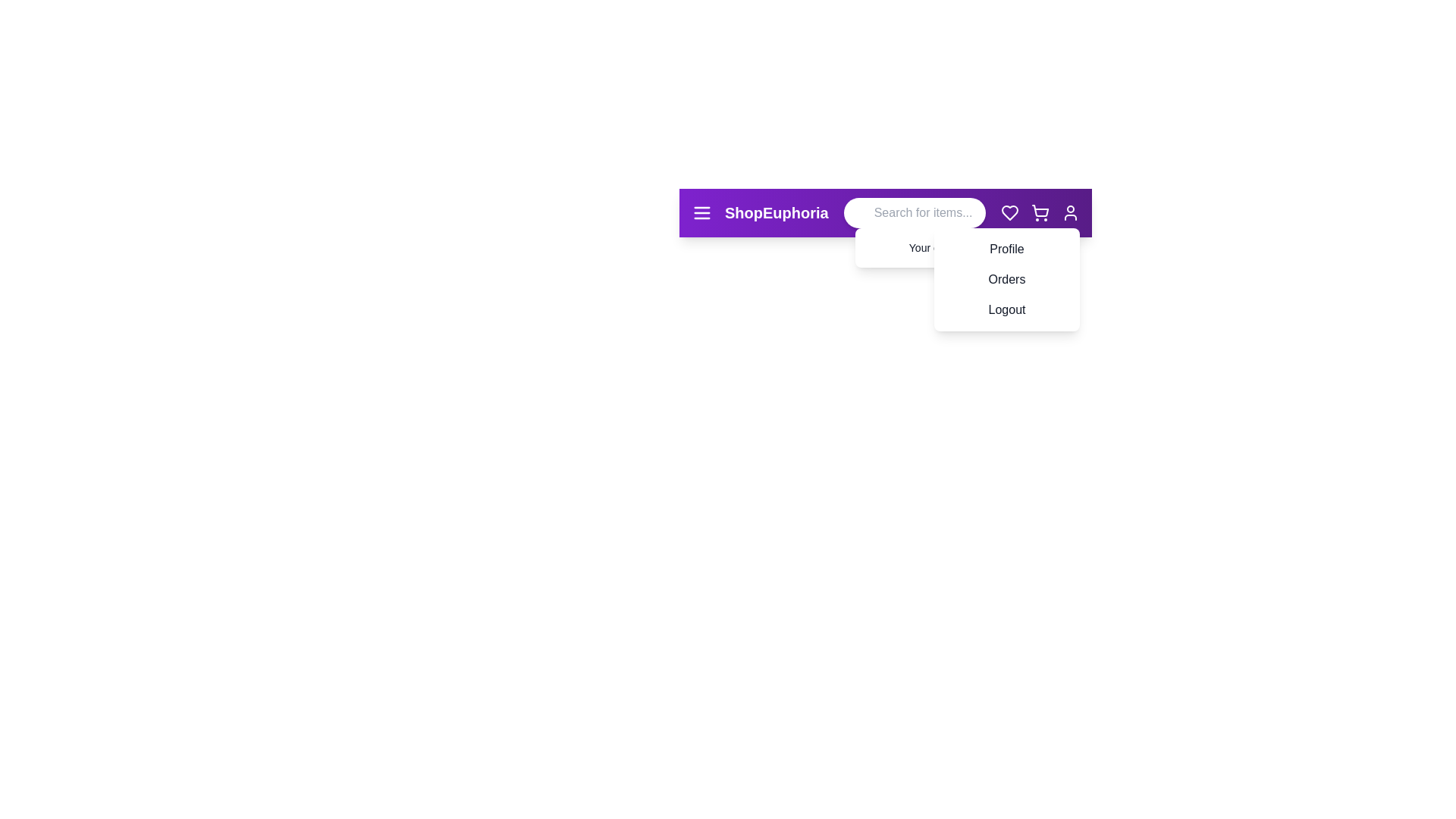  What do you see at coordinates (968, 271) in the screenshot?
I see `the Orders from the user menu` at bounding box center [968, 271].